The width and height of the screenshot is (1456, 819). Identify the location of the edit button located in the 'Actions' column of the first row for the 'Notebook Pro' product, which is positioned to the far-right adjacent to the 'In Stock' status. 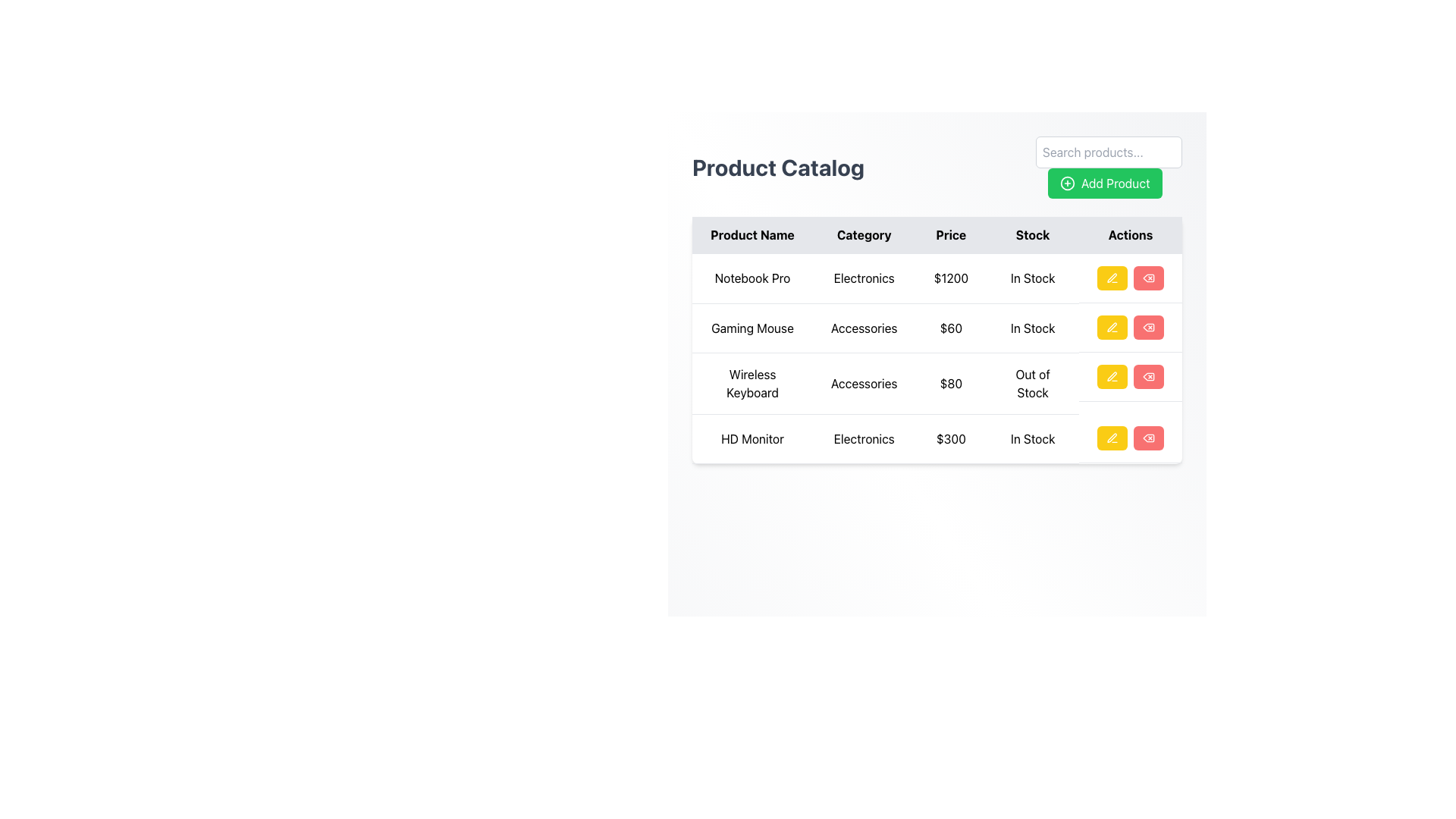
(1129, 278).